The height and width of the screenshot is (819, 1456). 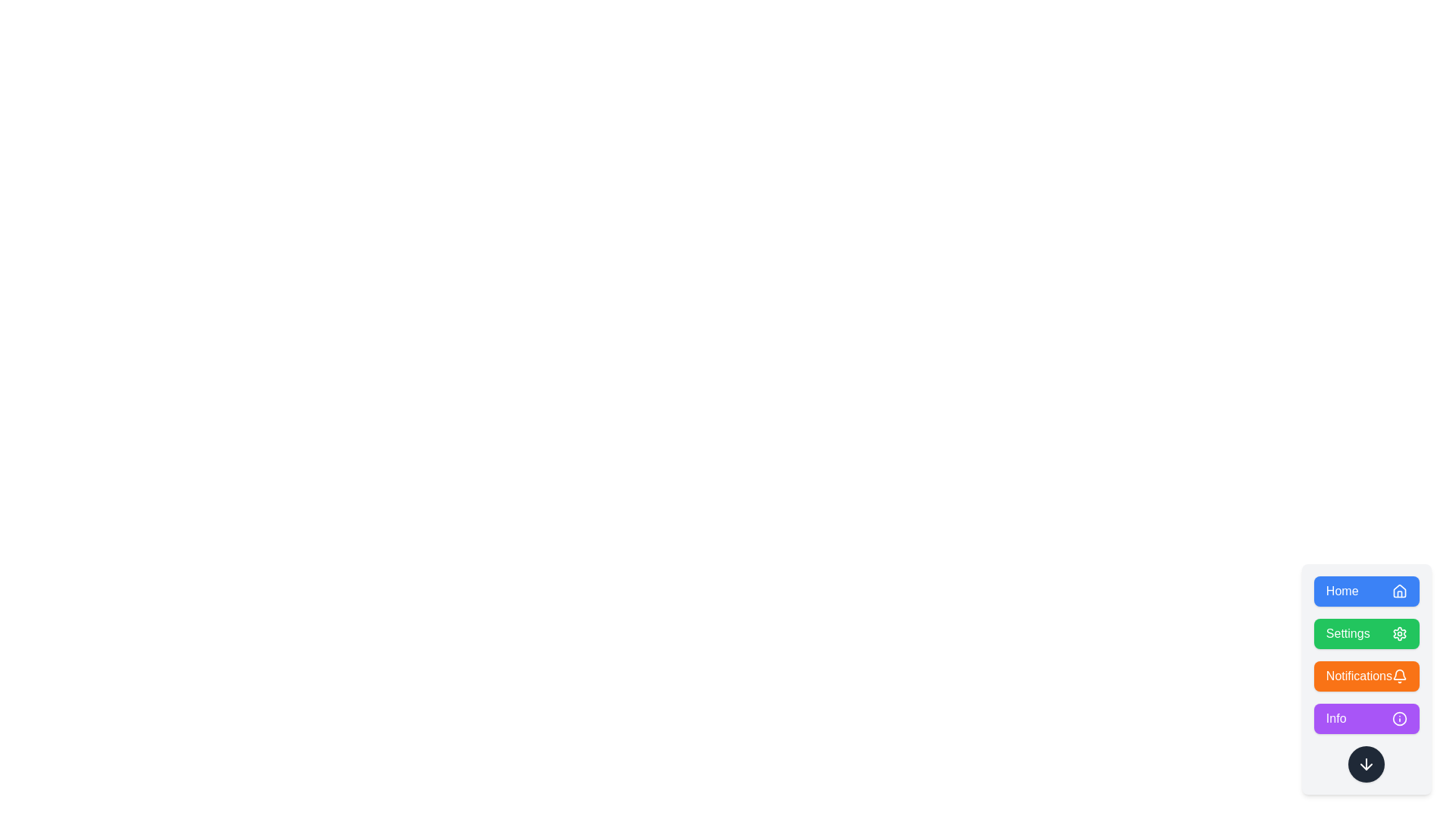 I want to click on the Home button in the ThemedSpeedDial component, so click(x=1367, y=590).